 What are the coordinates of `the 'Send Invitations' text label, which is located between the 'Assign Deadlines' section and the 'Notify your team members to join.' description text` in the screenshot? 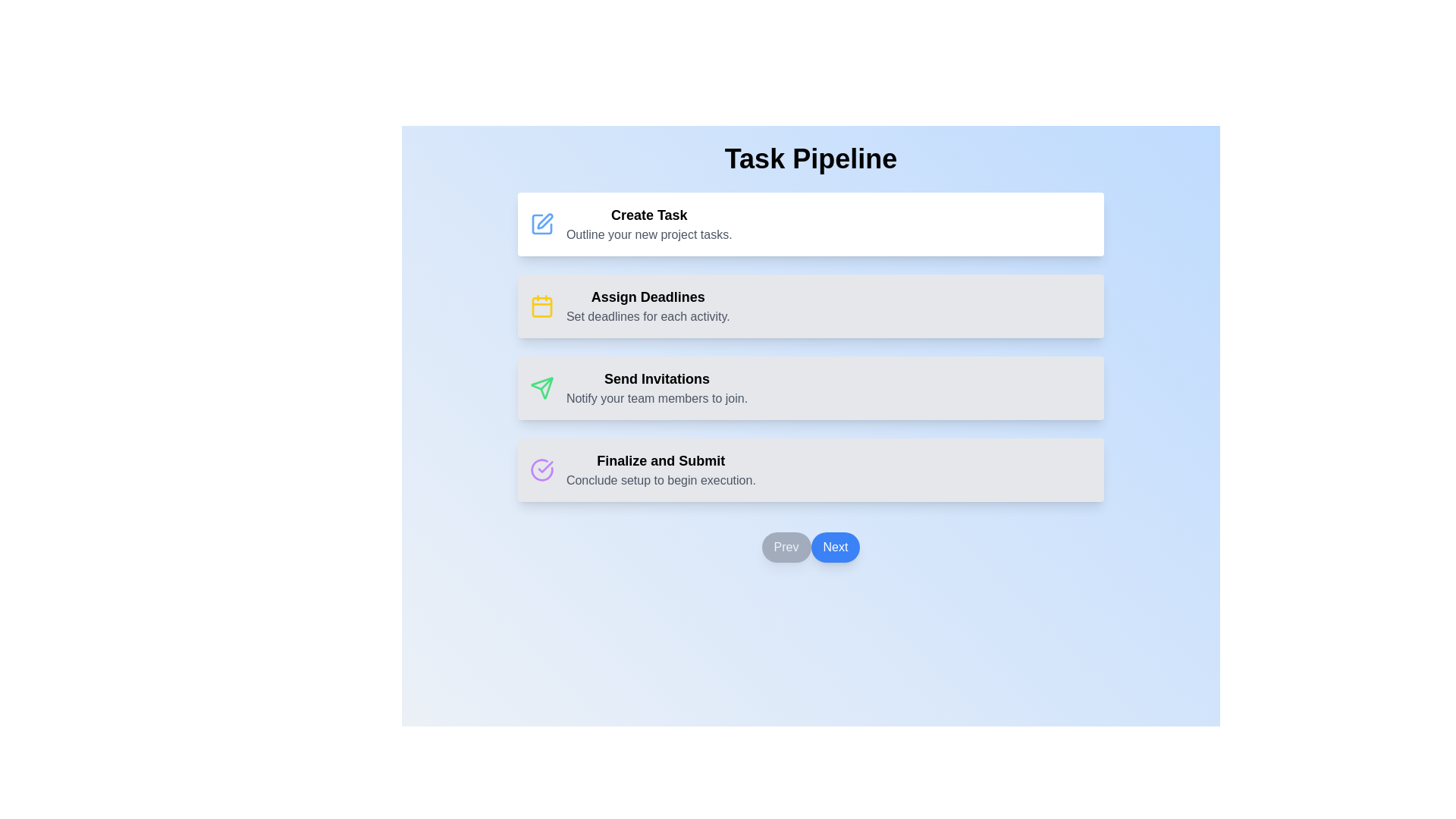 It's located at (657, 378).